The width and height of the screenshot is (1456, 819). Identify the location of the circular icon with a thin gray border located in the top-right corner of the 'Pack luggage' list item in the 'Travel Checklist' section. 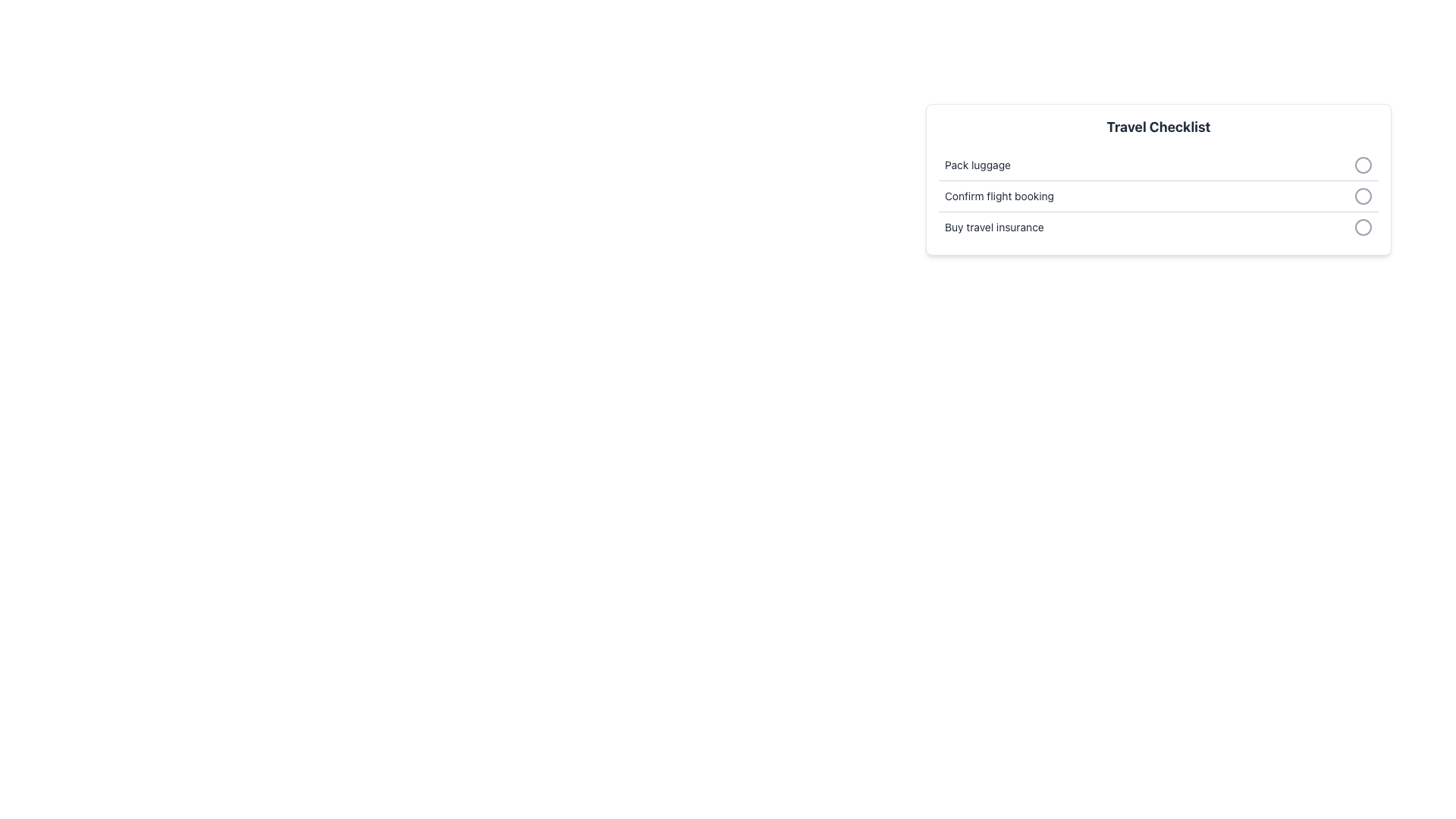
(1363, 165).